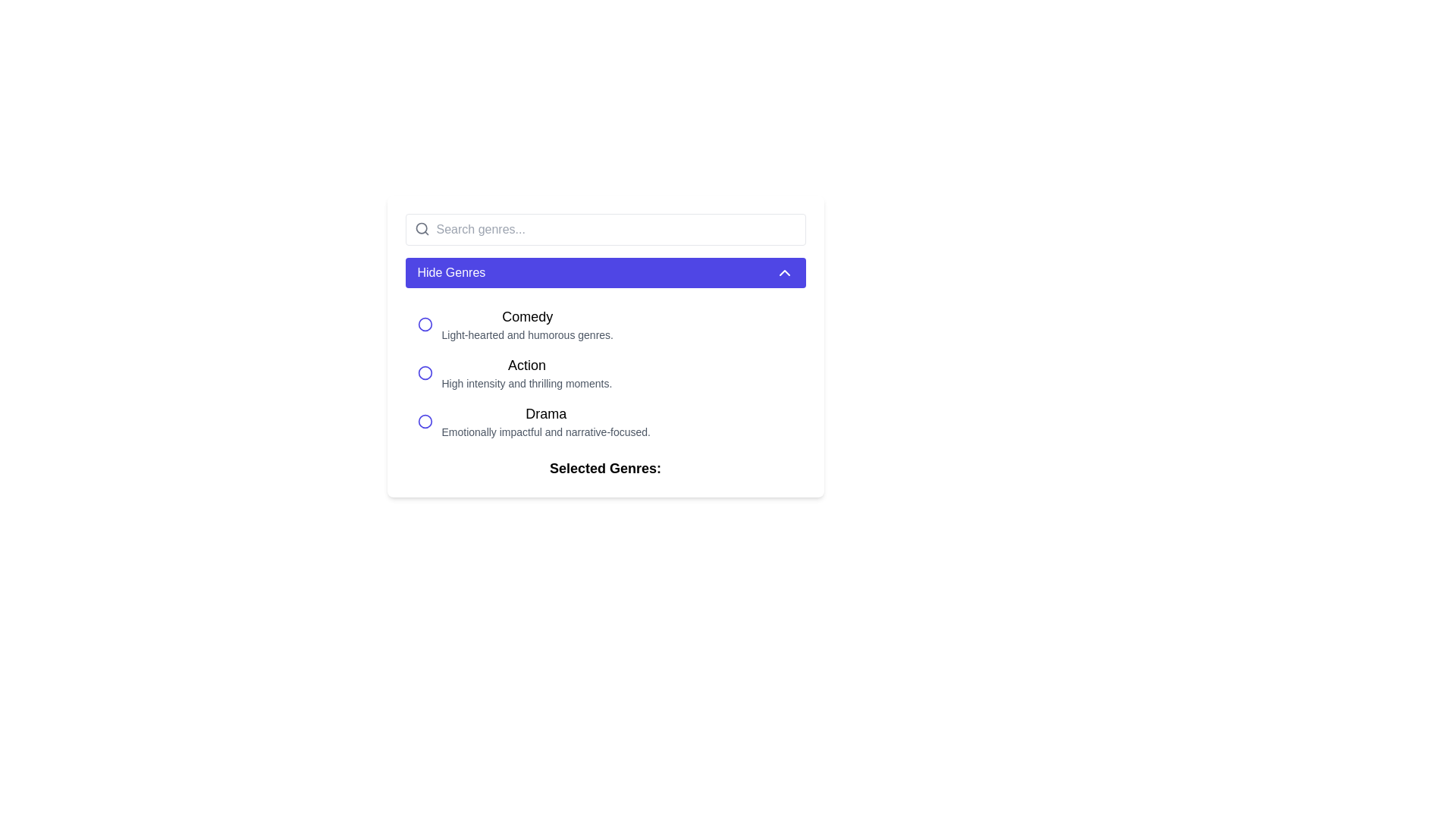  I want to click on text label that reads 'Drama', which is styled with a larger font size and bold type, located under the section titled 'Hide Genres' as the third genre in the list, so click(546, 414).